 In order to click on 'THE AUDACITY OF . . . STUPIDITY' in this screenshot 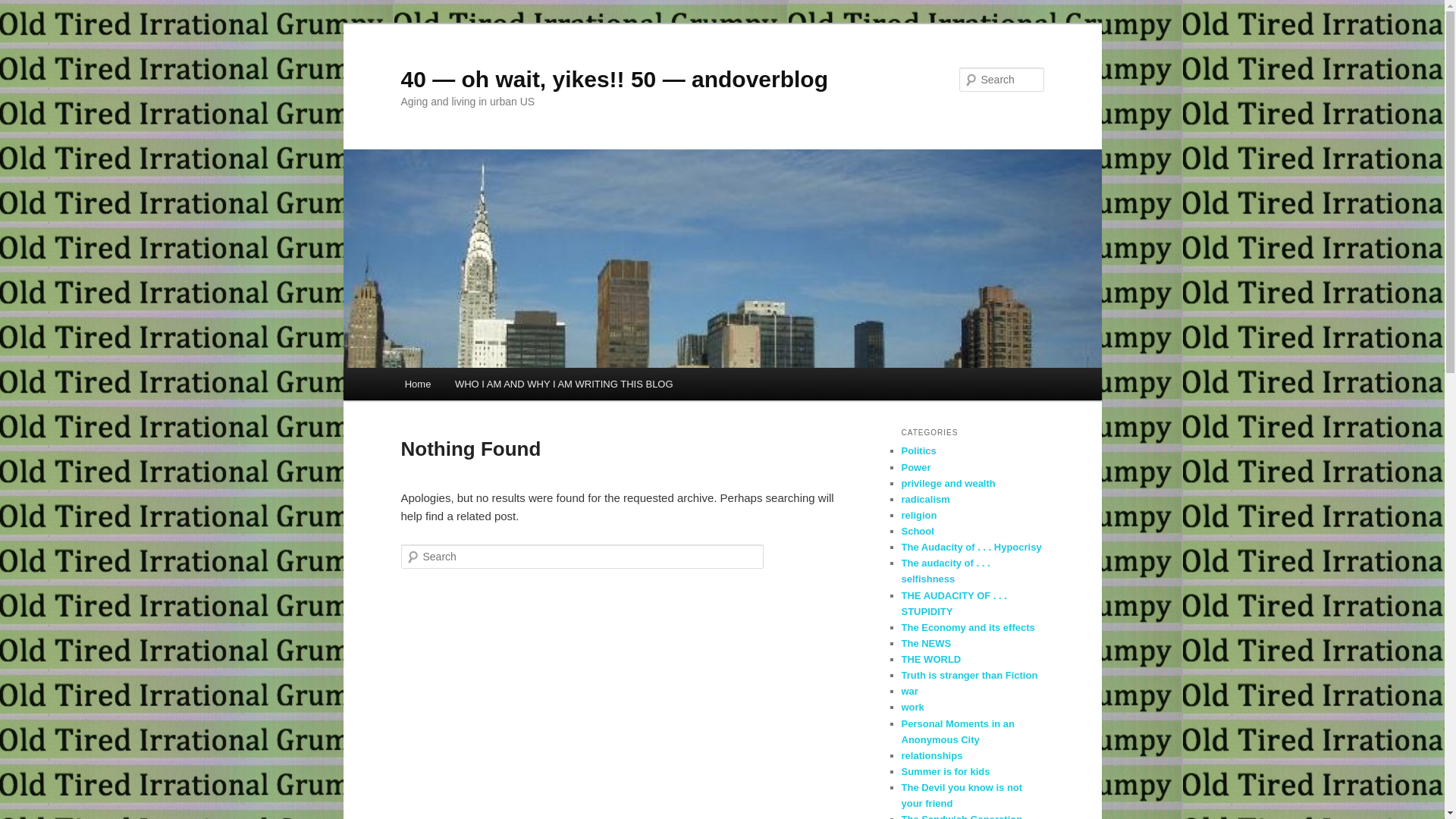, I will do `click(952, 602)`.